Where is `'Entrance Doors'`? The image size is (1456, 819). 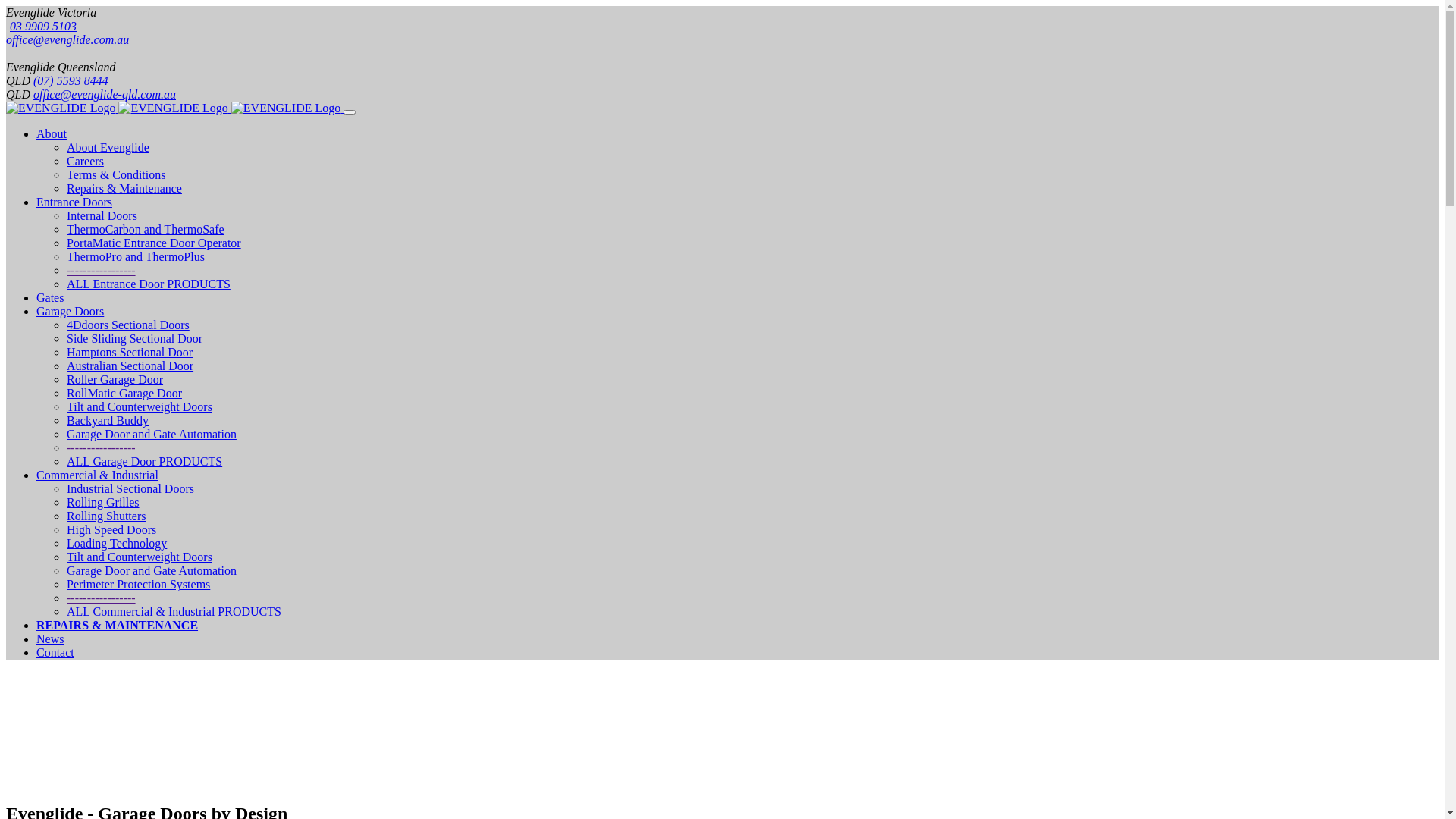 'Entrance Doors' is located at coordinates (73, 201).